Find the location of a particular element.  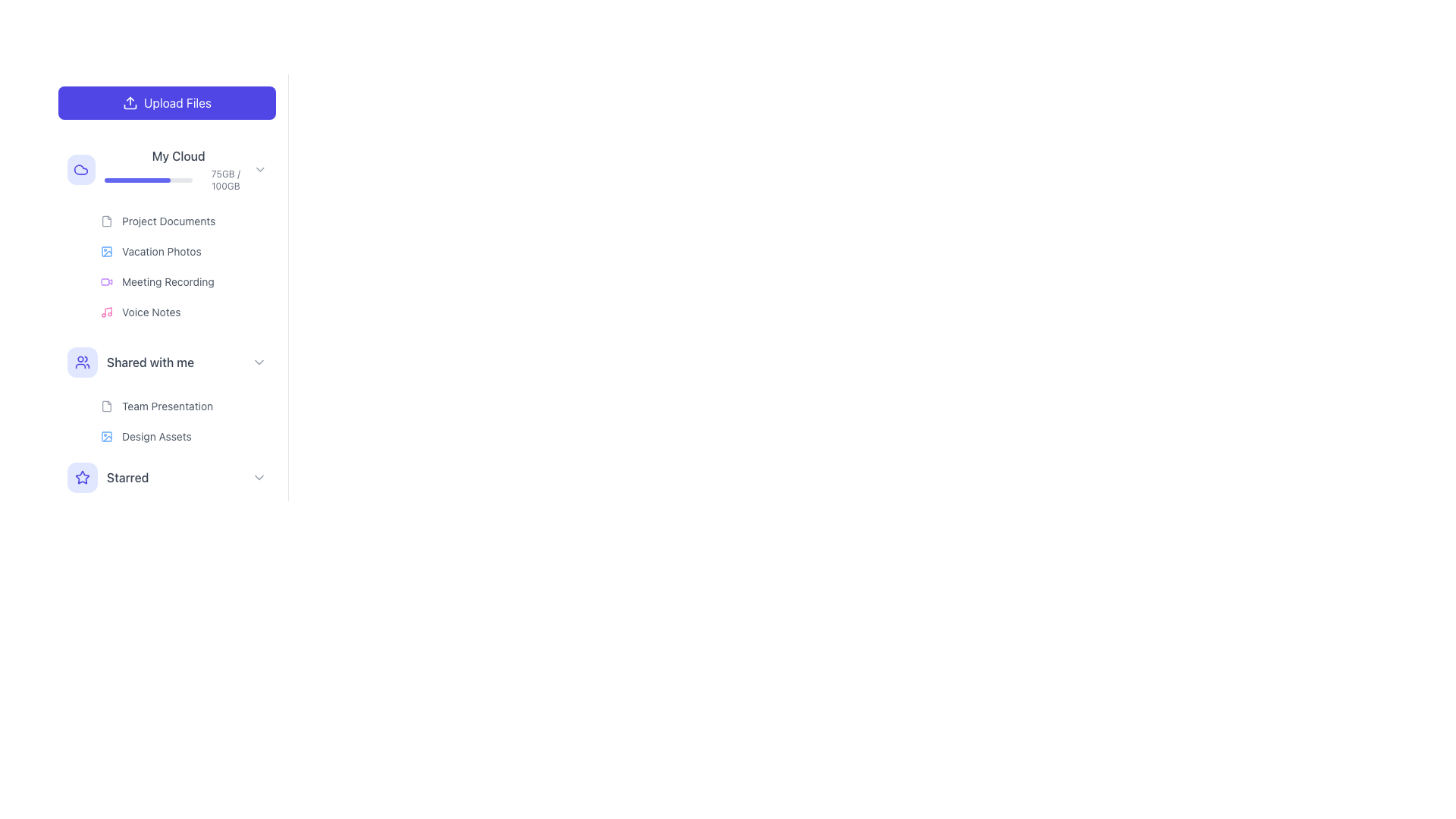

the visual representation of the blue icon with rounded corners and a circular shape, located to the left of the 'Design Assets' label in the 'Shared with me' section is located at coordinates (105, 436).